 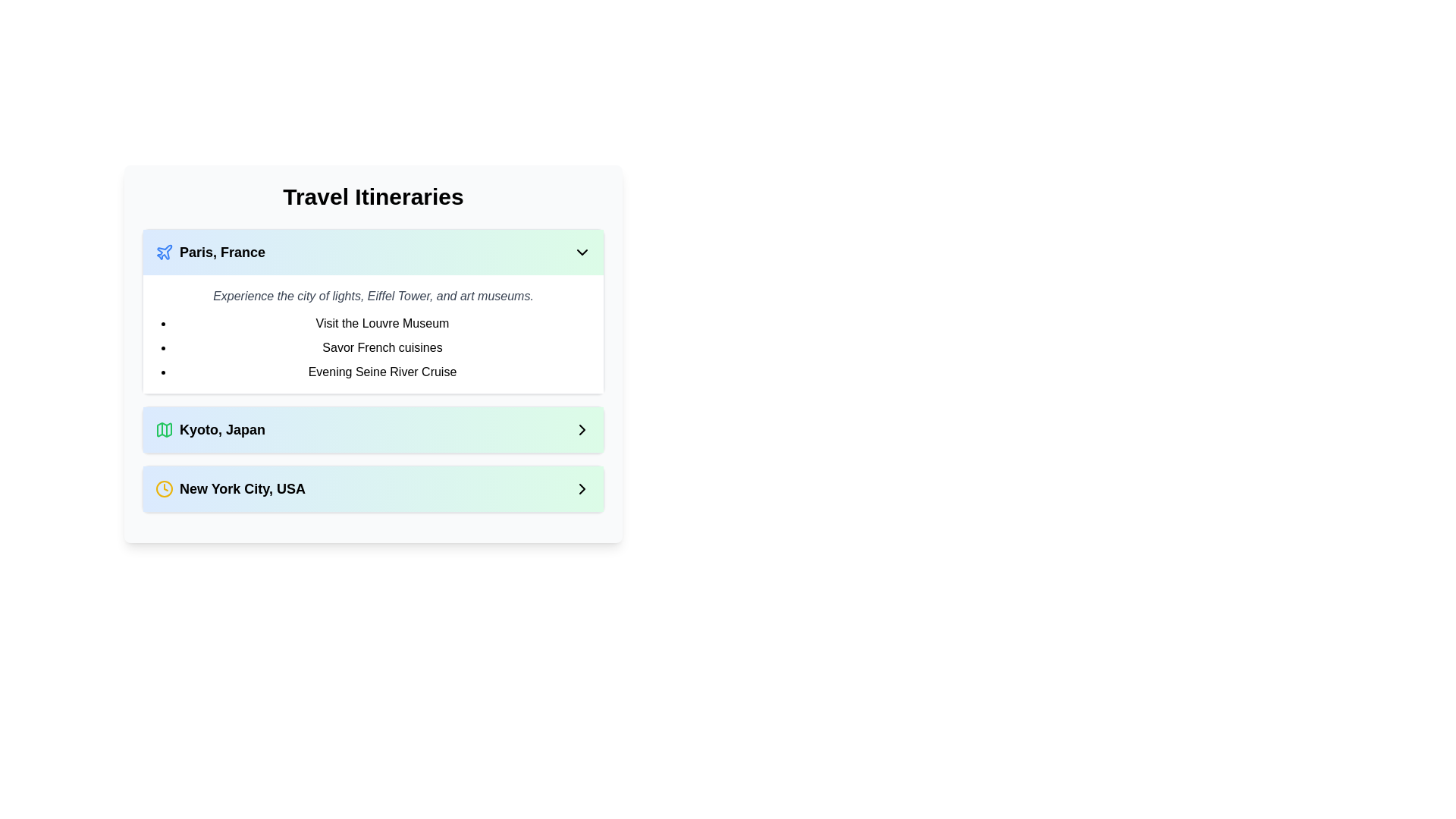 What do you see at coordinates (382, 372) in the screenshot?
I see `the third item in the bulleted list under 'Paris, France' in the 'Travel Itineraries' interface` at bounding box center [382, 372].